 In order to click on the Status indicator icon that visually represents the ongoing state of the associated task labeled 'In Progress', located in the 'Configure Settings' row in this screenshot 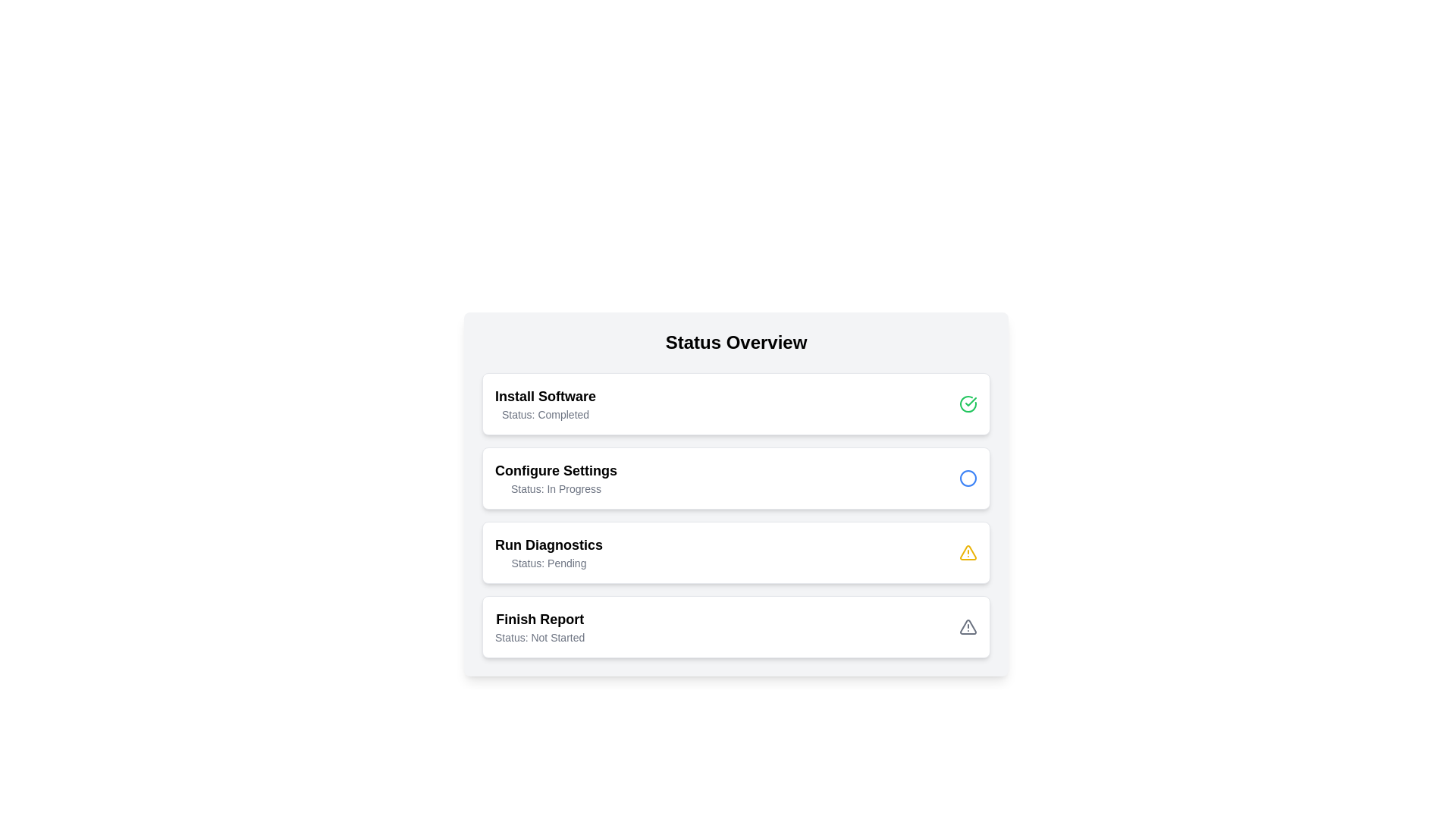, I will do `click(967, 479)`.